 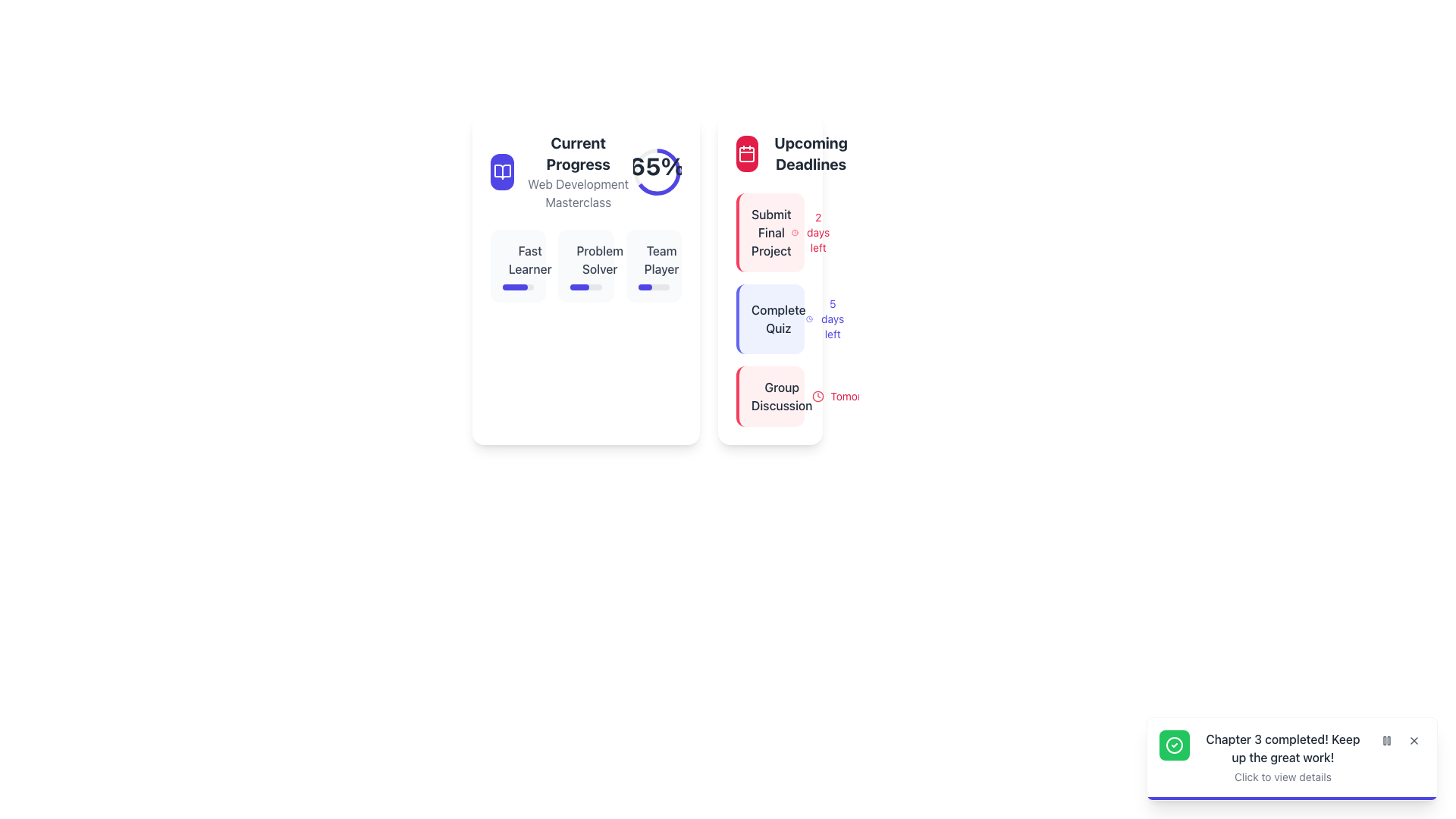 I want to click on or dismiss the notification card with the text 'Submit Final Project' located in the 'Upcoming Deadlines' section, so click(x=770, y=233).